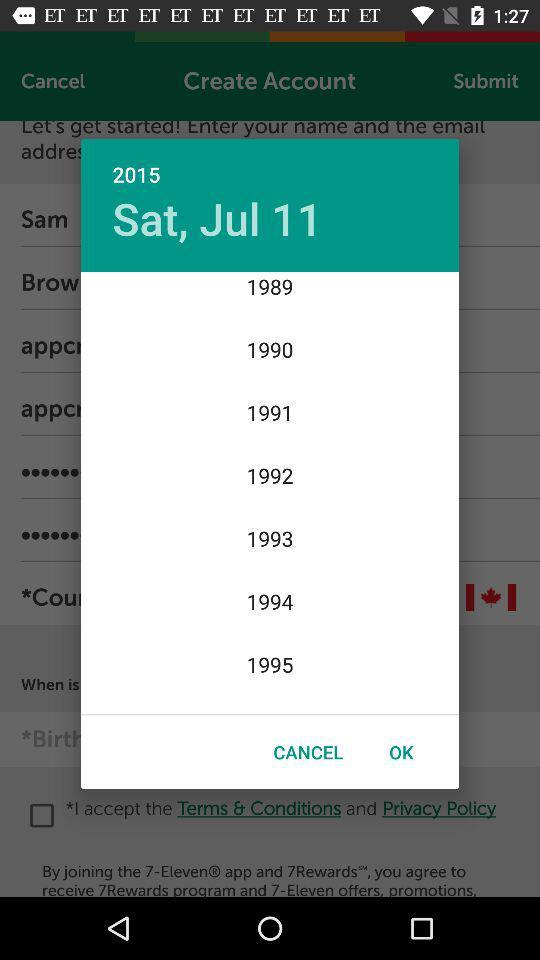 This screenshot has width=540, height=960. What do you see at coordinates (401, 751) in the screenshot?
I see `ok icon` at bounding box center [401, 751].